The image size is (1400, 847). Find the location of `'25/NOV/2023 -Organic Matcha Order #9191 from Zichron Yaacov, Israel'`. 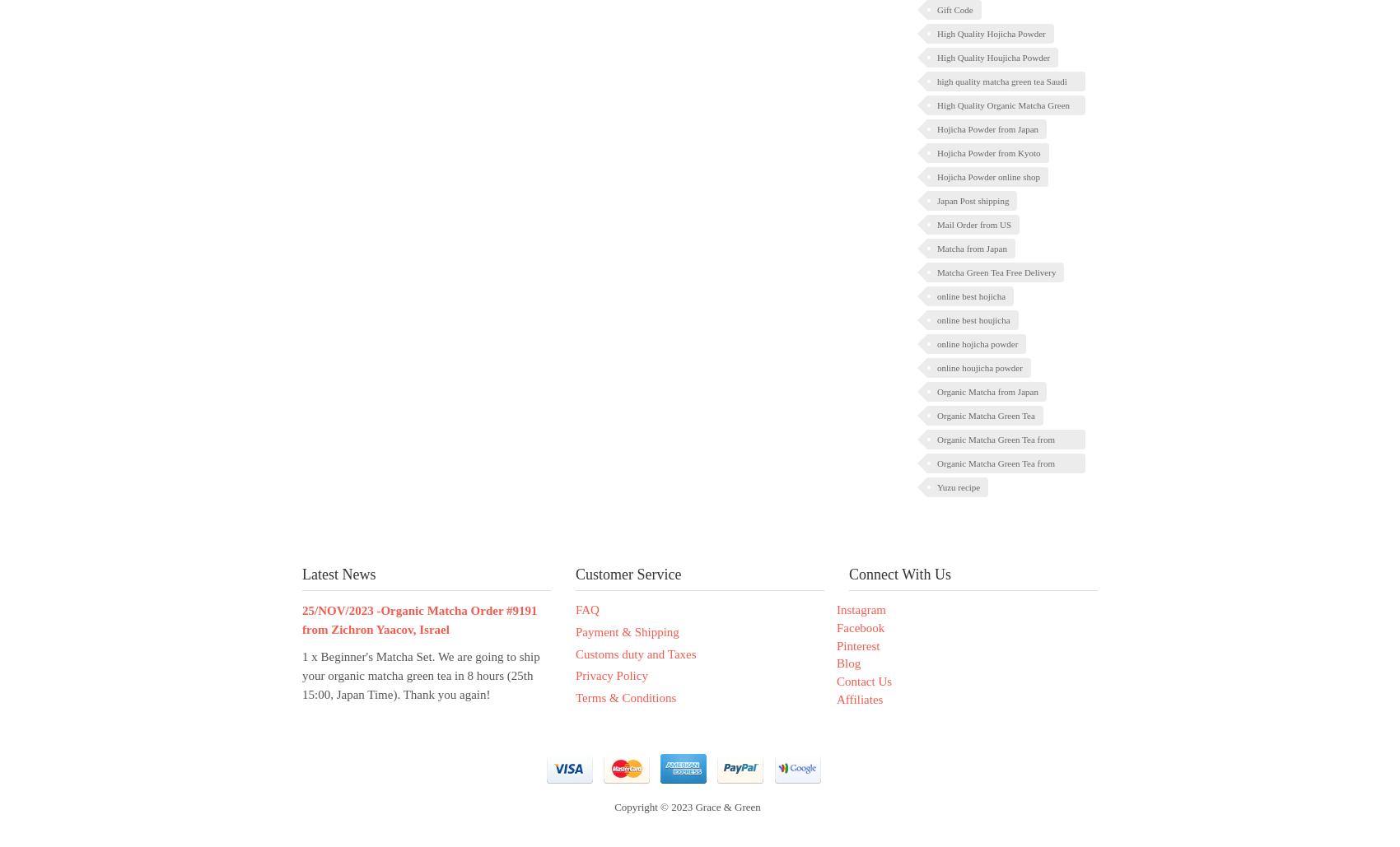

'25/NOV/2023 -Organic Matcha Order #9191 from Zichron Yaacov, Israel' is located at coordinates (301, 620).